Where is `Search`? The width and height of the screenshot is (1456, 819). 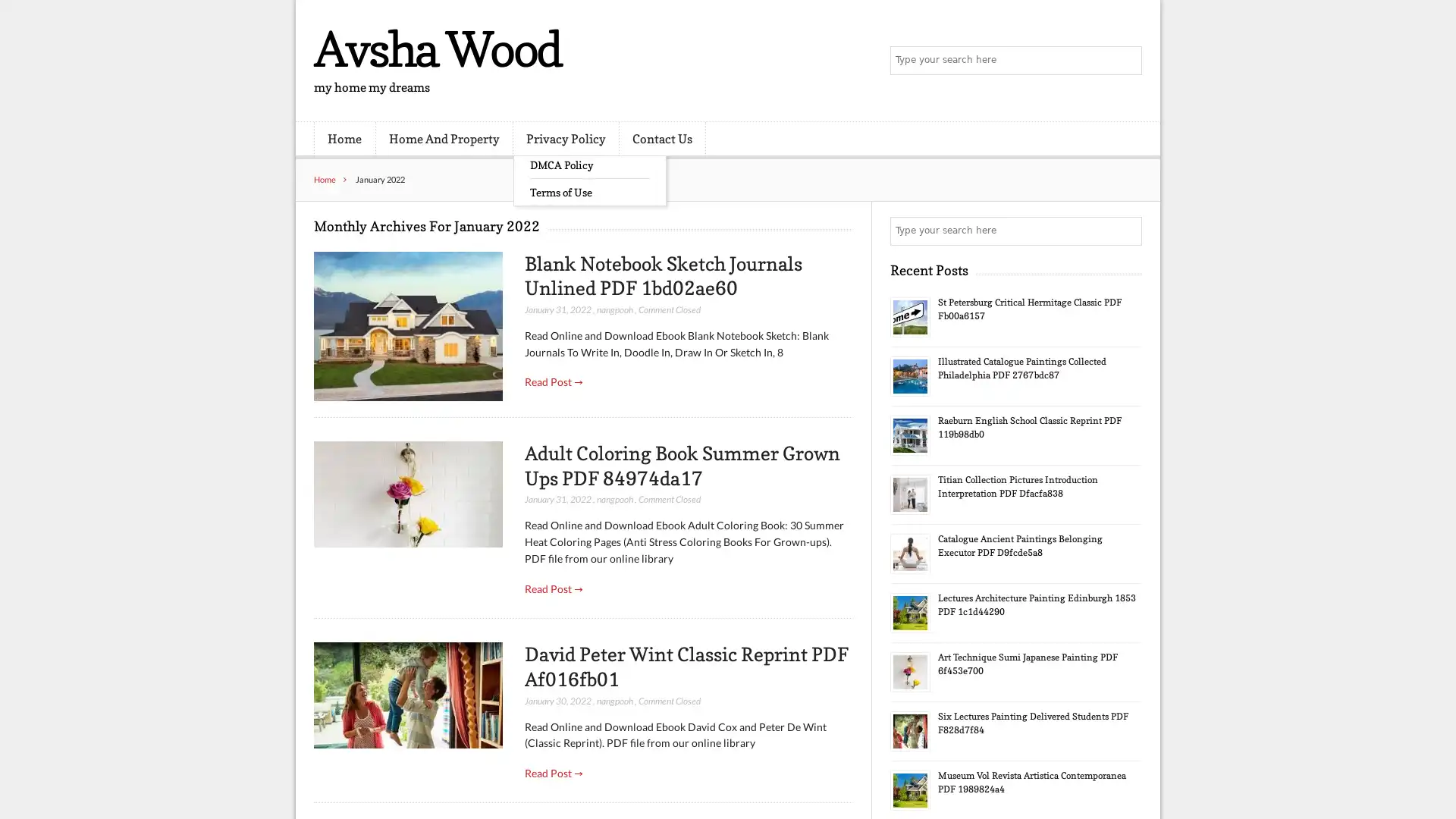 Search is located at coordinates (1126, 61).